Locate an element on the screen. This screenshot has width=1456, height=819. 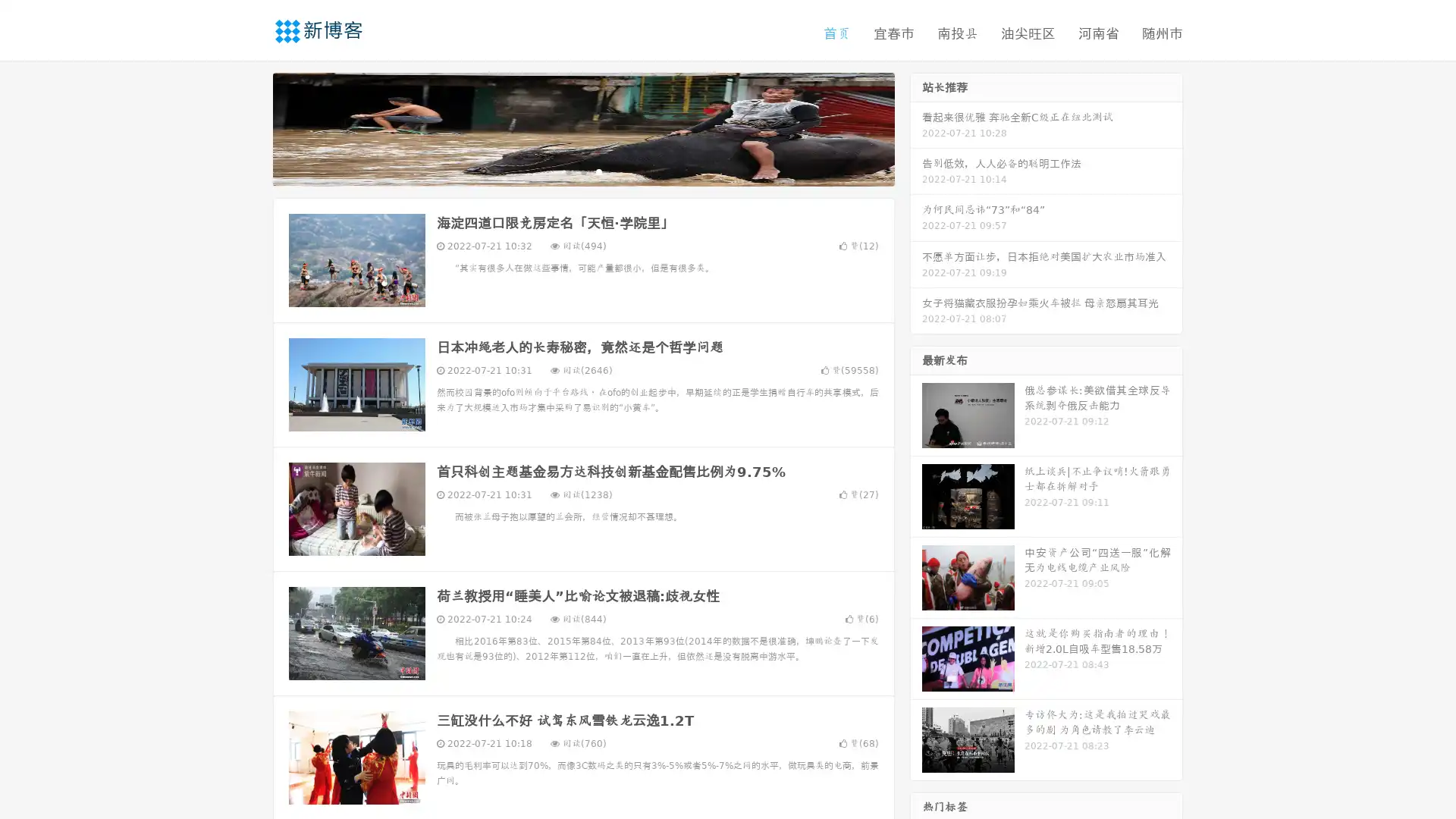
Go to slide 1 is located at coordinates (567, 171).